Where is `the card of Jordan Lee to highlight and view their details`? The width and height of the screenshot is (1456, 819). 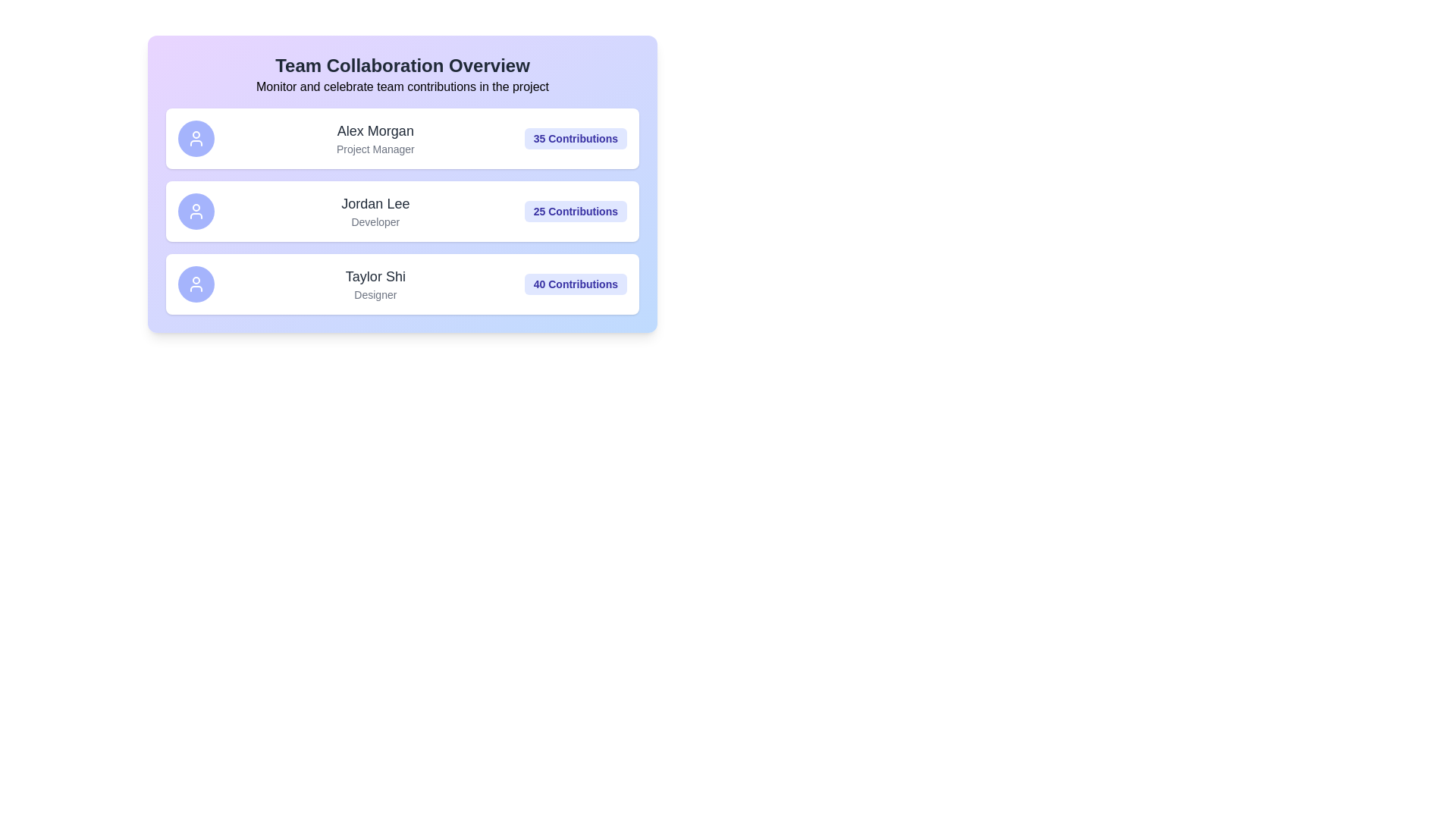
the card of Jordan Lee to highlight and view their details is located at coordinates (403, 211).